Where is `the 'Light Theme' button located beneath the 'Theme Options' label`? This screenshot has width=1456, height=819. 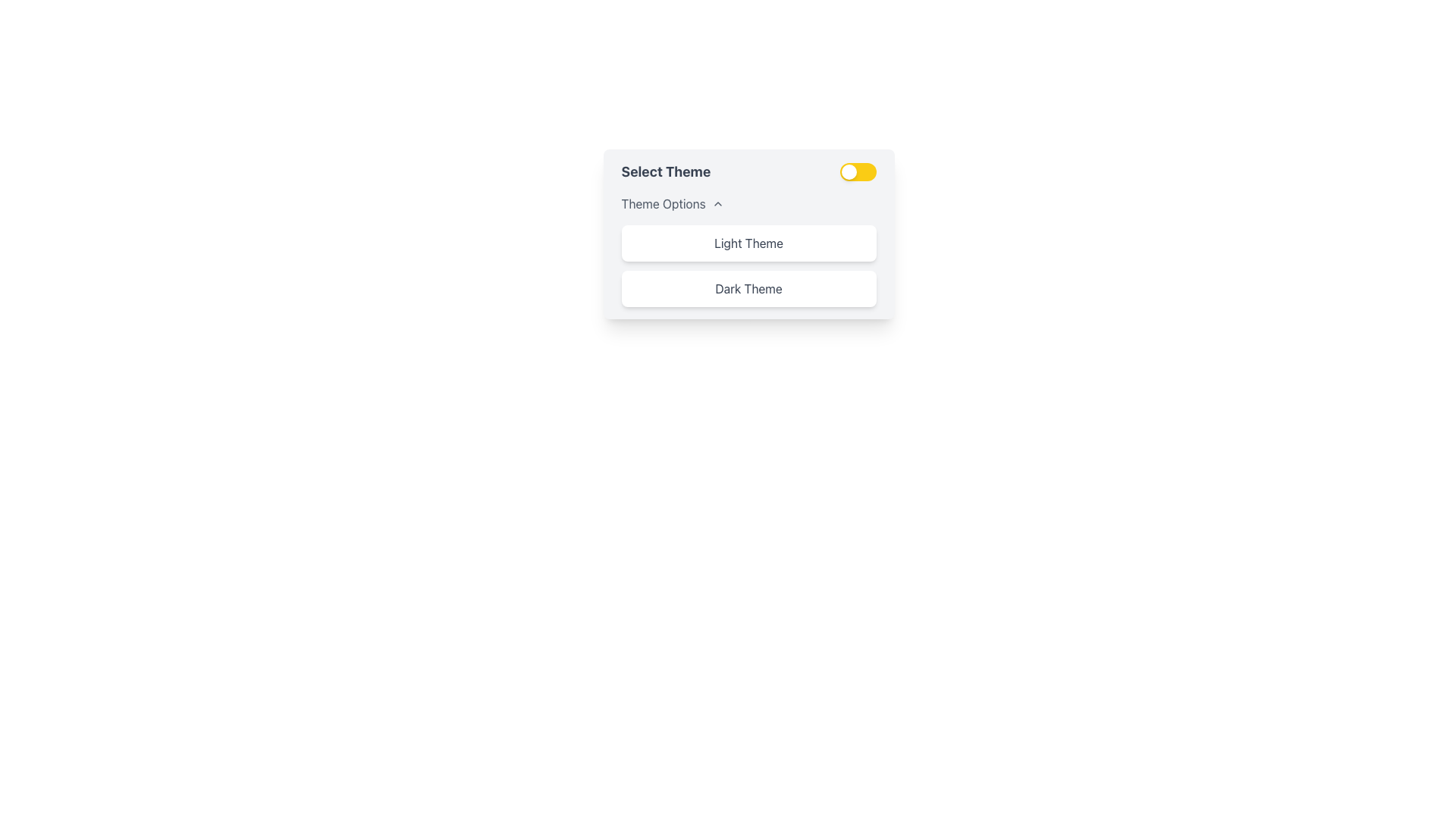
the 'Light Theme' button located beneath the 'Theme Options' label is located at coordinates (748, 242).